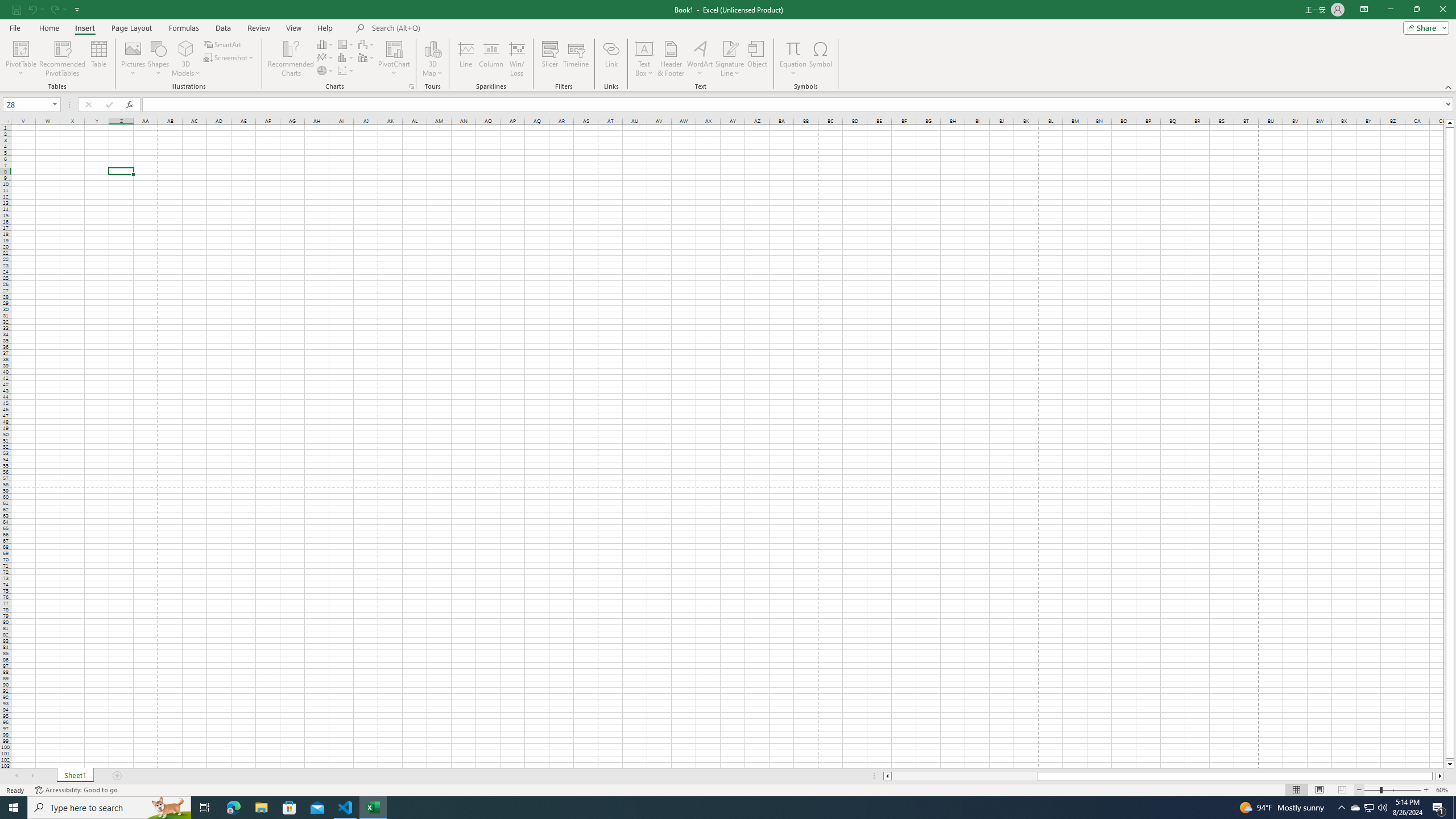 This screenshot has width=1456, height=819. Describe the element at coordinates (611, 59) in the screenshot. I see `'Link'` at that location.